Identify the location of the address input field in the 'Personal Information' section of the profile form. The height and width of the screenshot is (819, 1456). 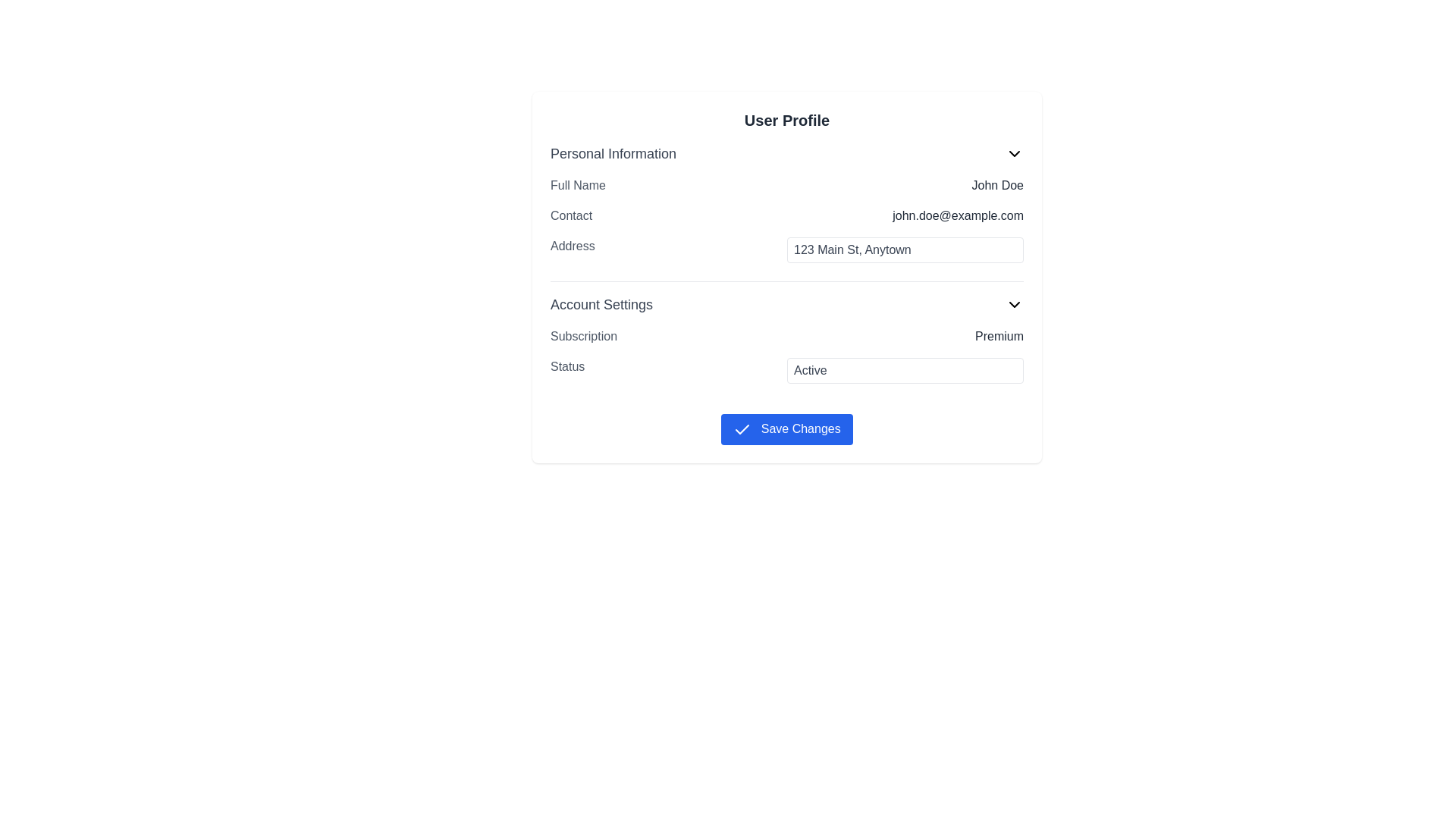
(786, 249).